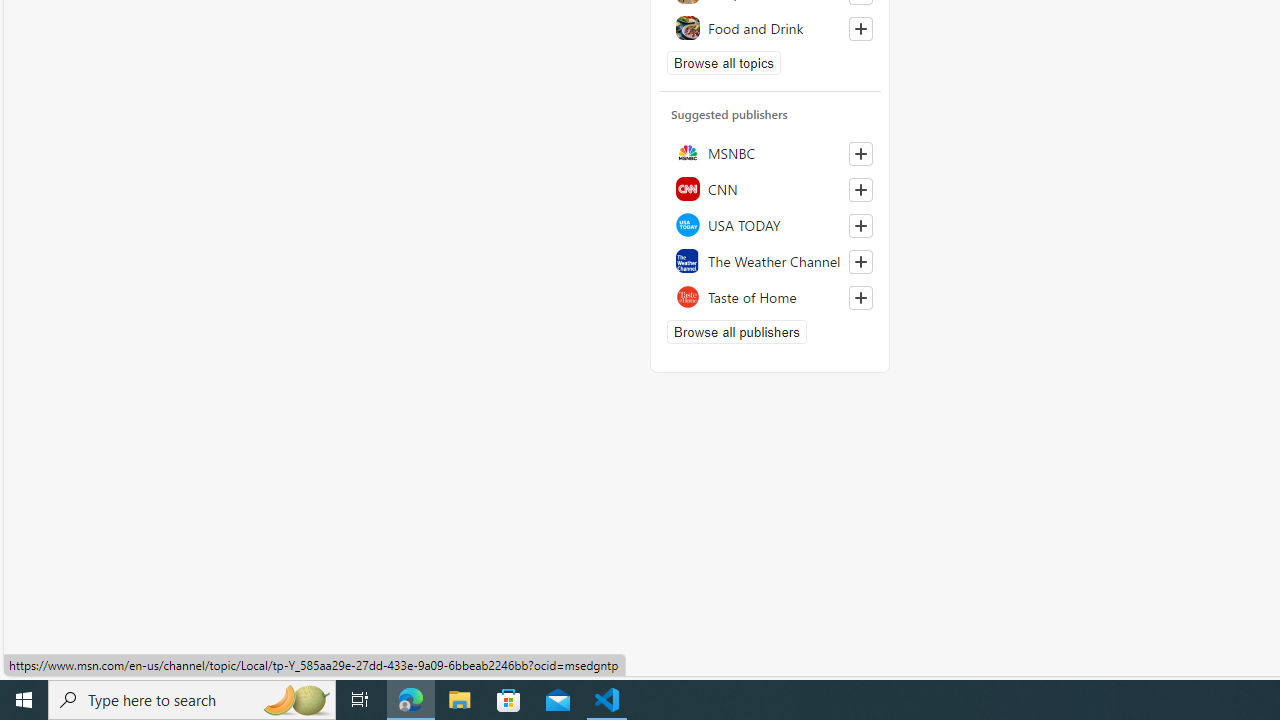  Describe the element at coordinates (769, 260) in the screenshot. I see `'The Weather Channel'` at that location.